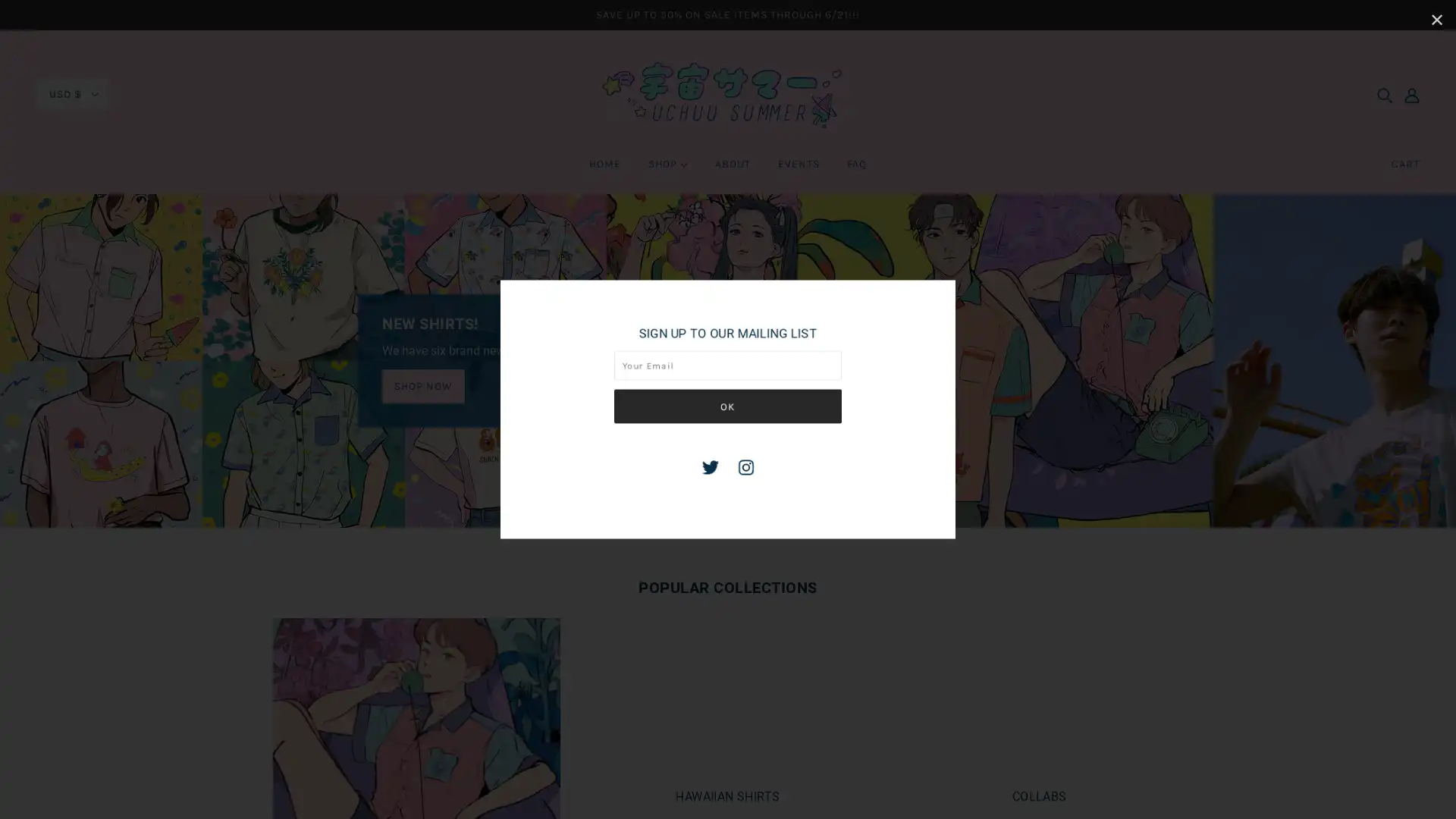 Image resolution: width=1456 pixels, height=819 pixels. Describe the element at coordinates (728, 405) in the screenshot. I see `Ok` at that location.